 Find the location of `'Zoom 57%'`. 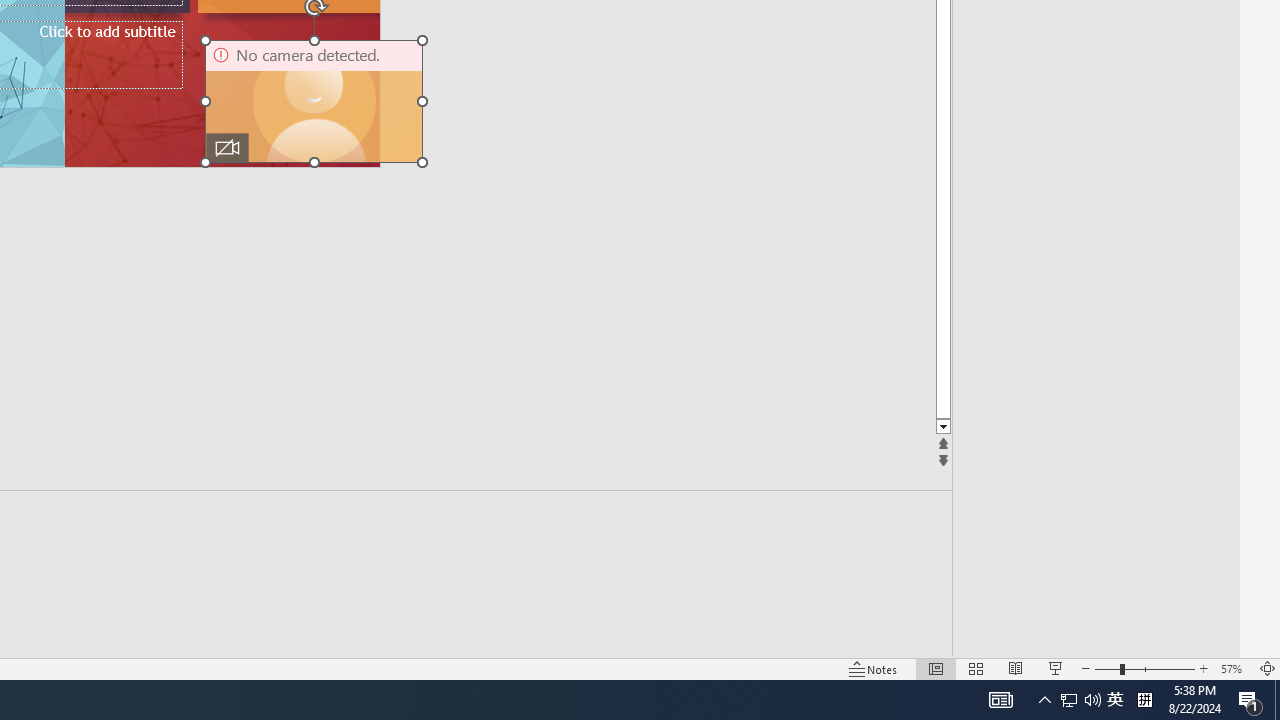

'Zoom 57%' is located at coordinates (1233, 669).